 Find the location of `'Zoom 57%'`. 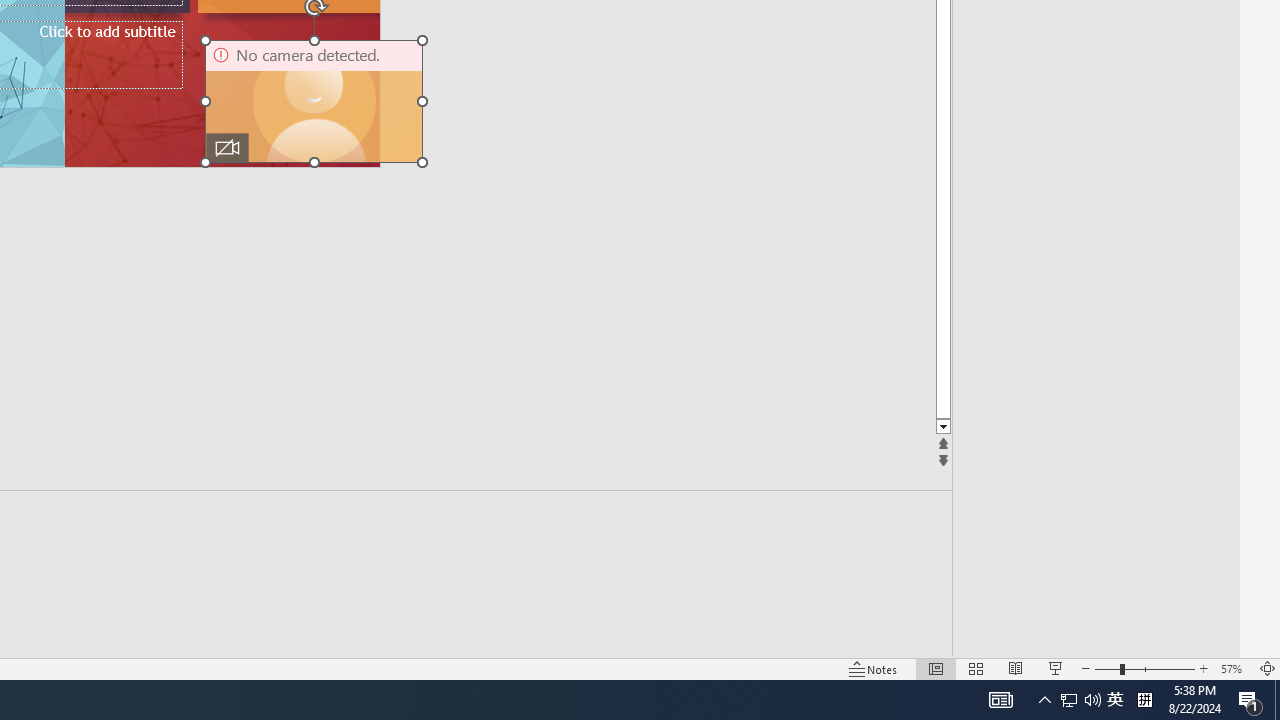

'Zoom 57%' is located at coordinates (1233, 669).